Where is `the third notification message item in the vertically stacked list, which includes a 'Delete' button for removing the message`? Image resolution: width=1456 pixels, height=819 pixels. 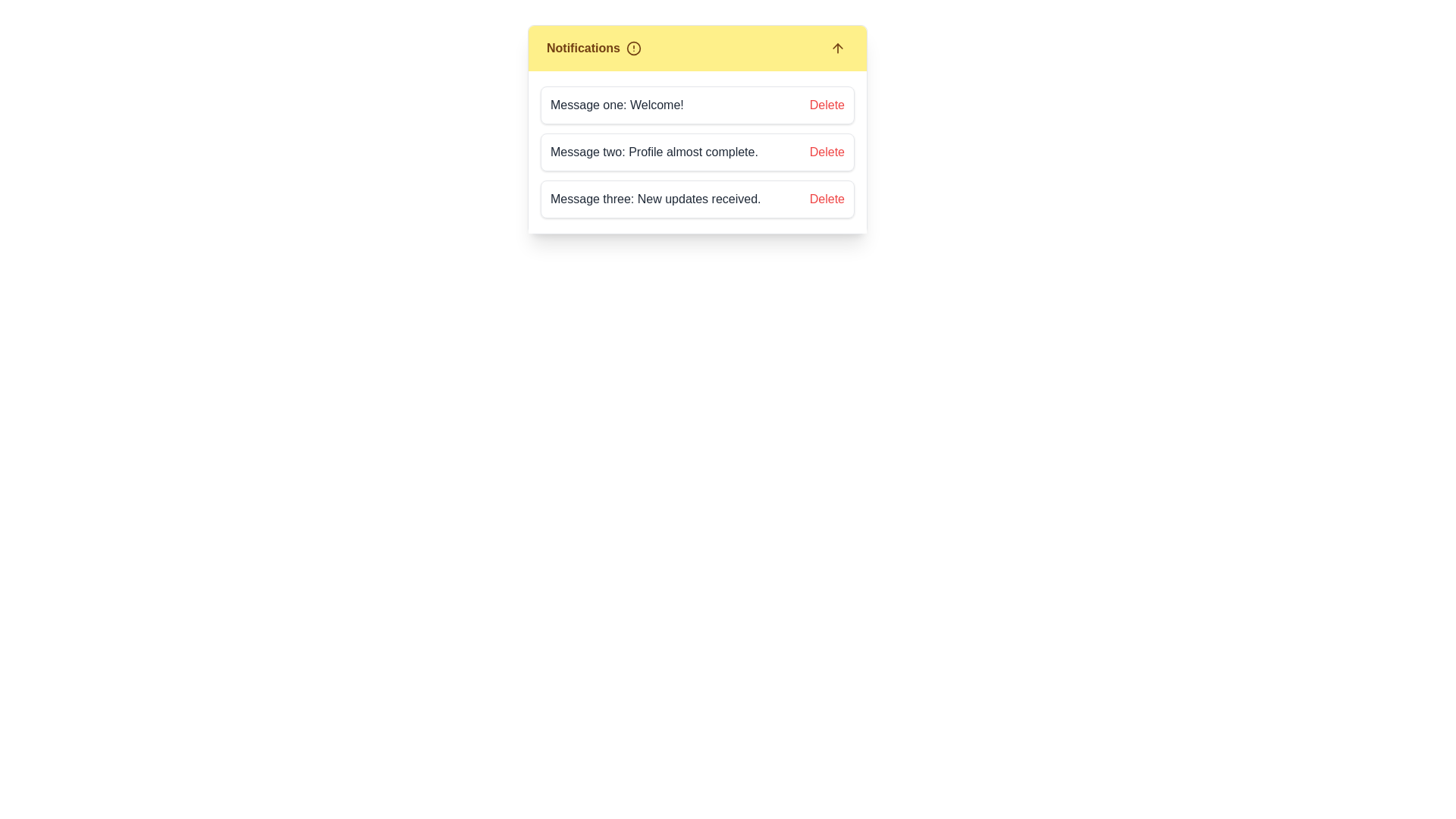
the third notification message item in the vertically stacked list, which includes a 'Delete' button for removing the message is located at coordinates (697, 198).